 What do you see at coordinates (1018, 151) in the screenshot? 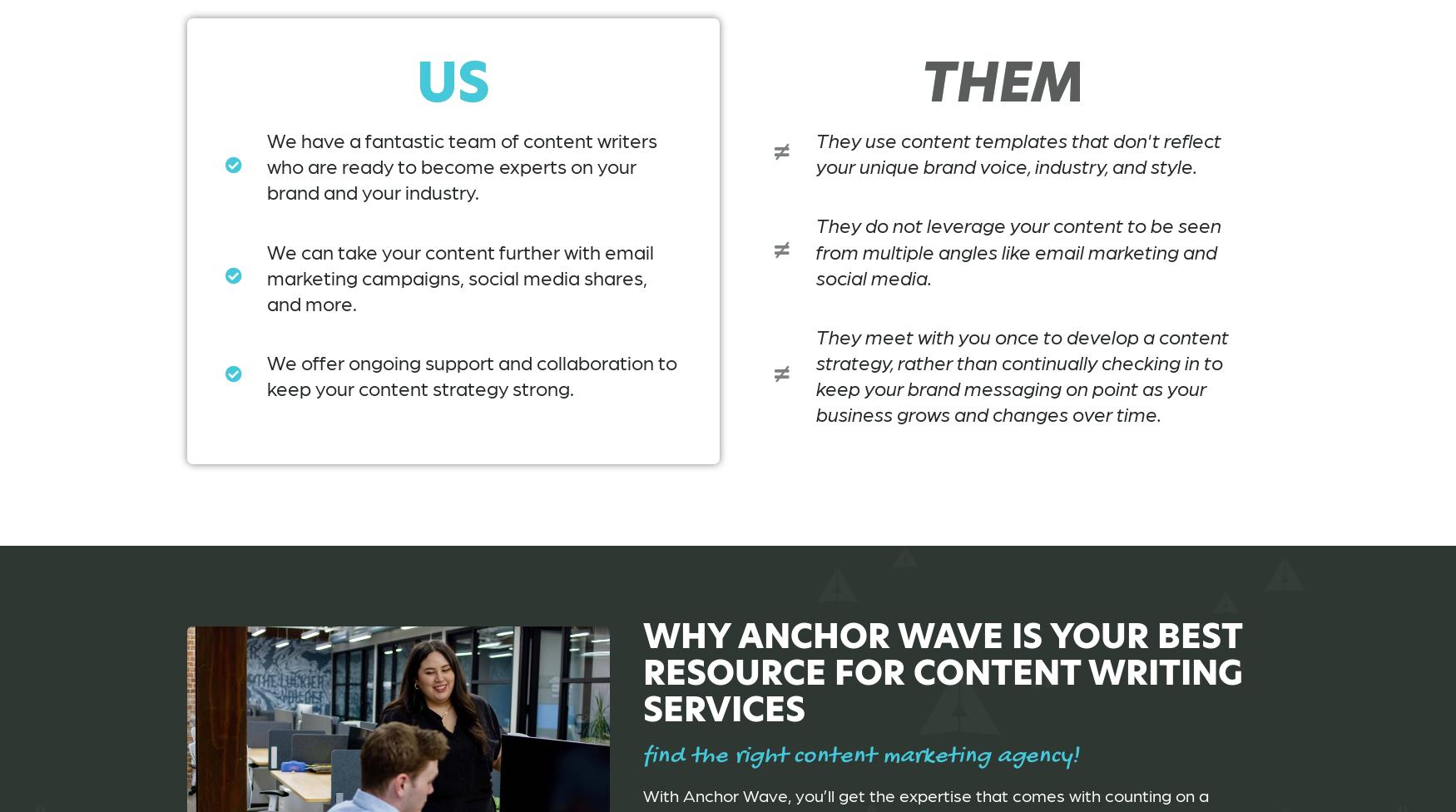
I see `'They use content templates that don't reflect your unique brand voice, industry, and style.'` at bounding box center [1018, 151].